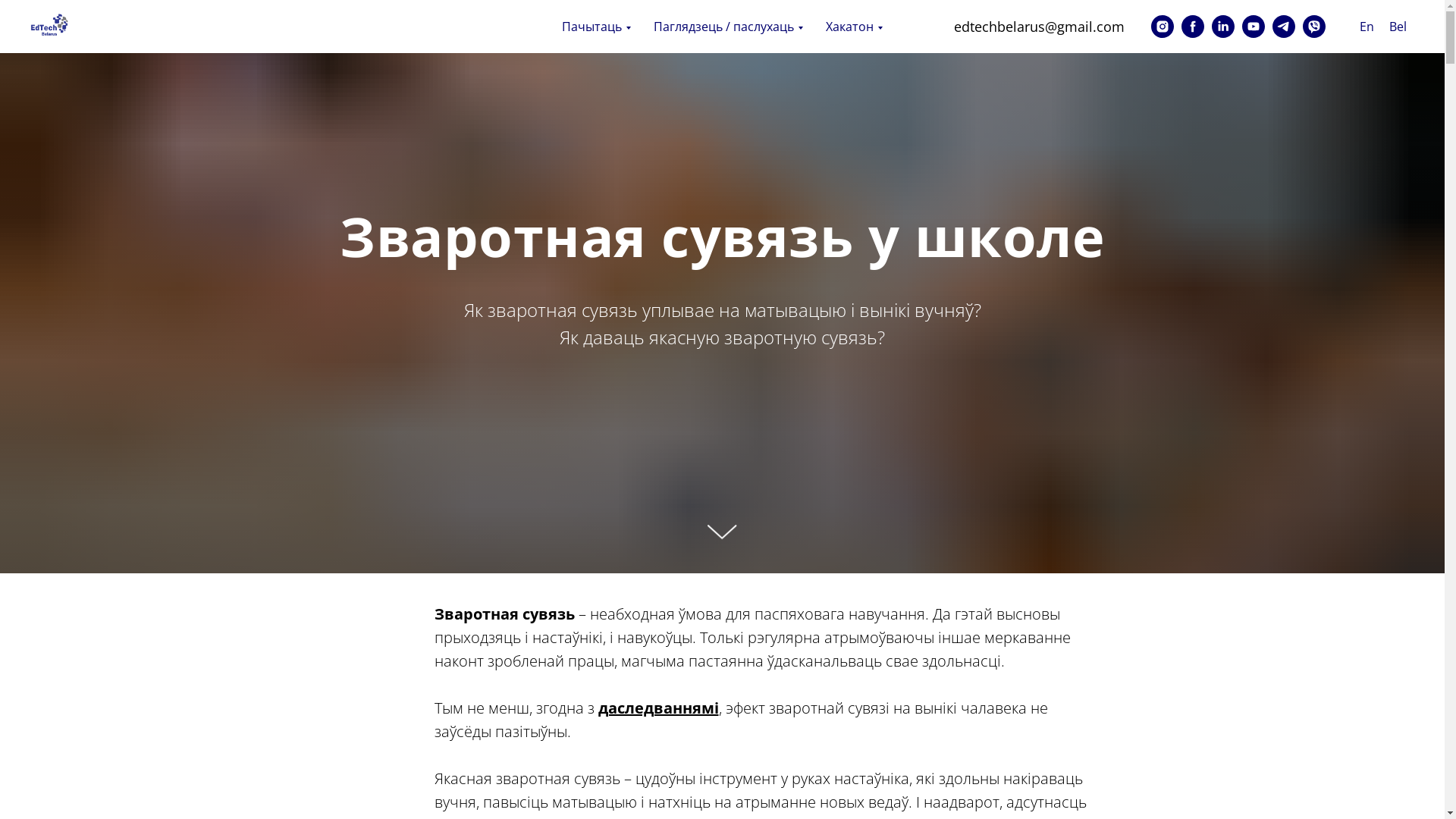 The height and width of the screenshot is (819, 1456). Describe the element at coordinates (1367, 26) in the screenshot. I see `'En'` at that location.